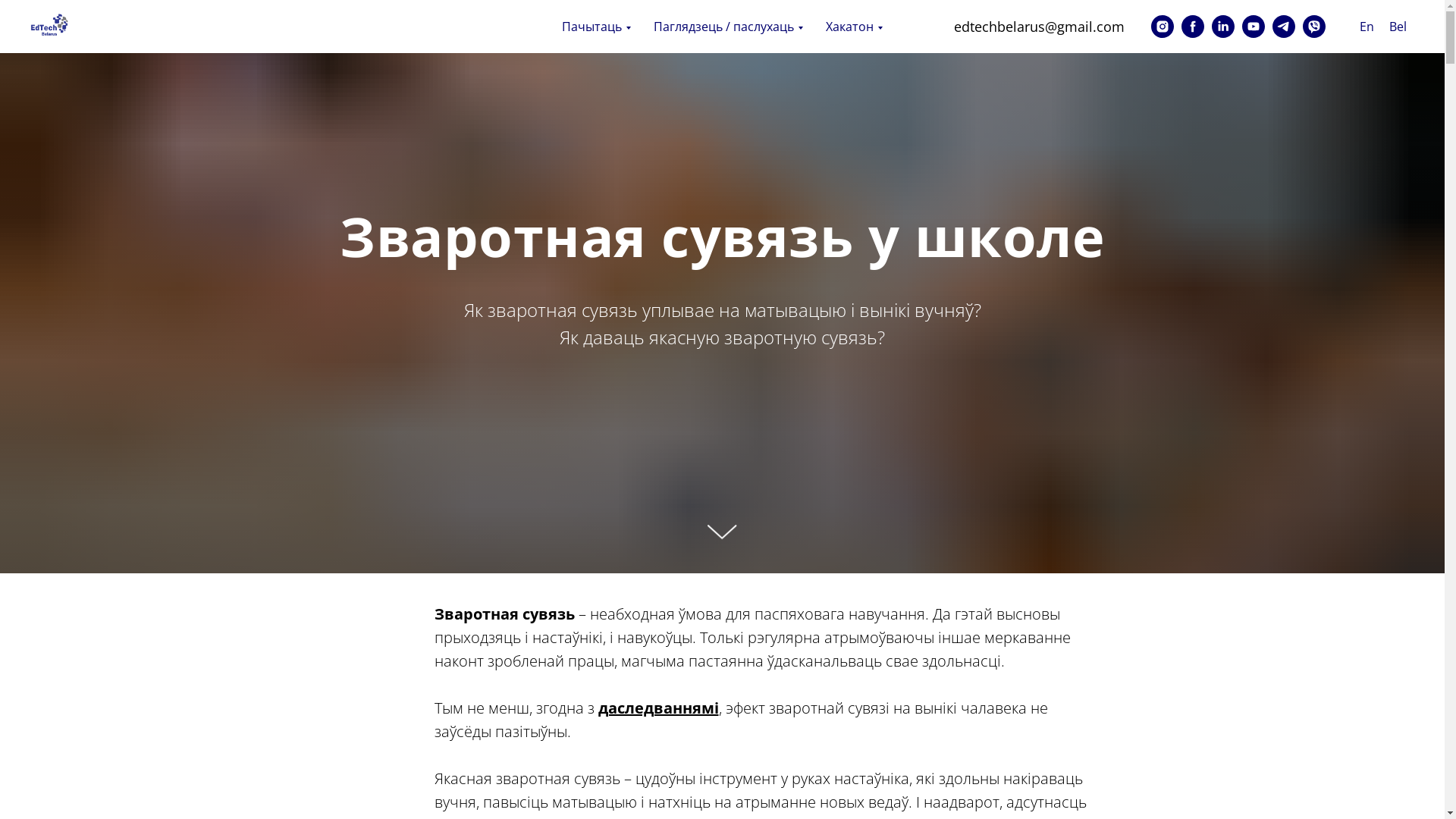 The height and width of the screenshot is (819, 1456). Describe the element at coordinates (1367, 26) in the screenshot. I see `'En'` at that location.